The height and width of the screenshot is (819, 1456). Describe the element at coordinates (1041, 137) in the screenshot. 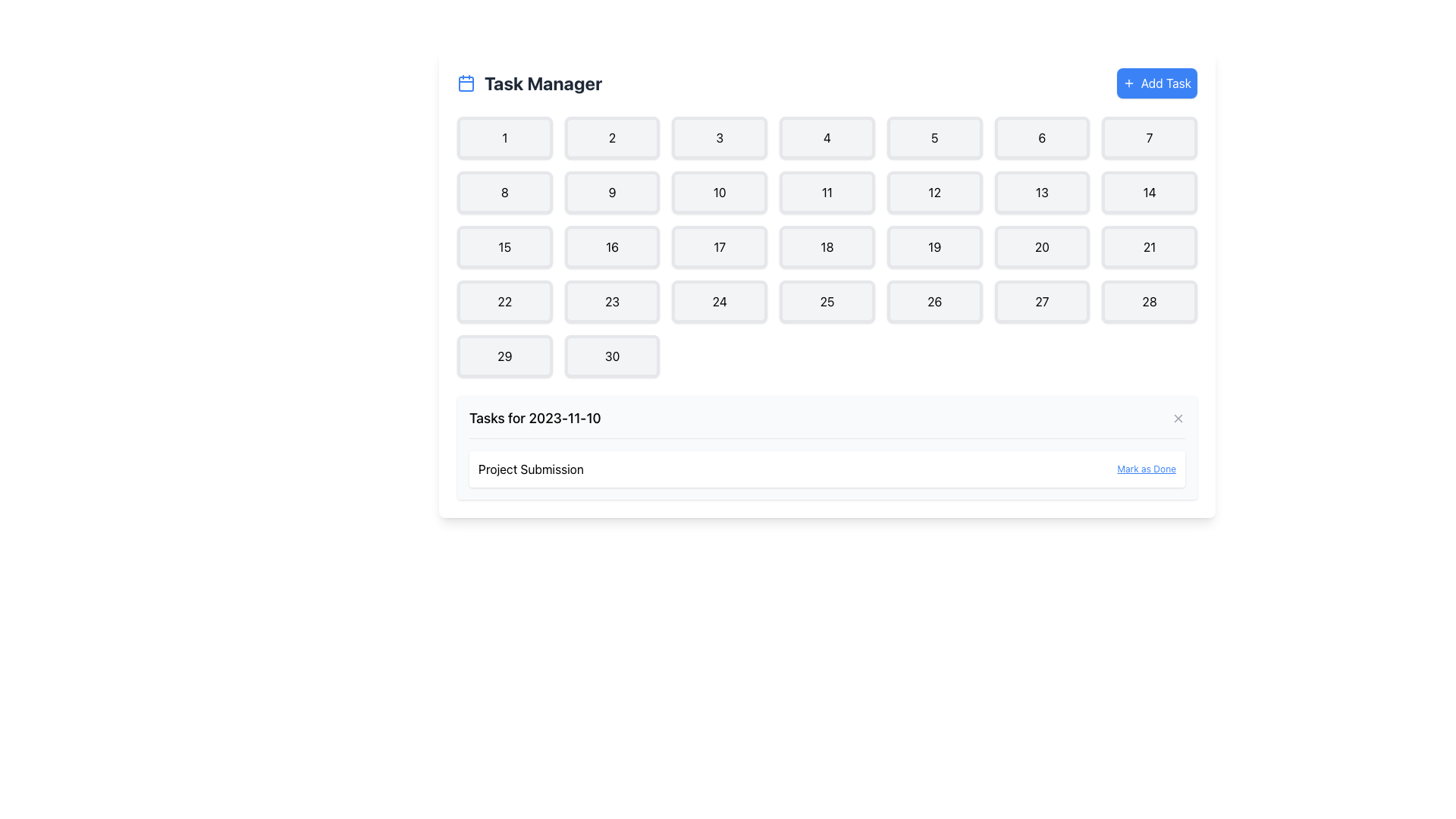

I see `the rounded rectangular button with a light grey background containing the numerical text '6' at its center` at that location.